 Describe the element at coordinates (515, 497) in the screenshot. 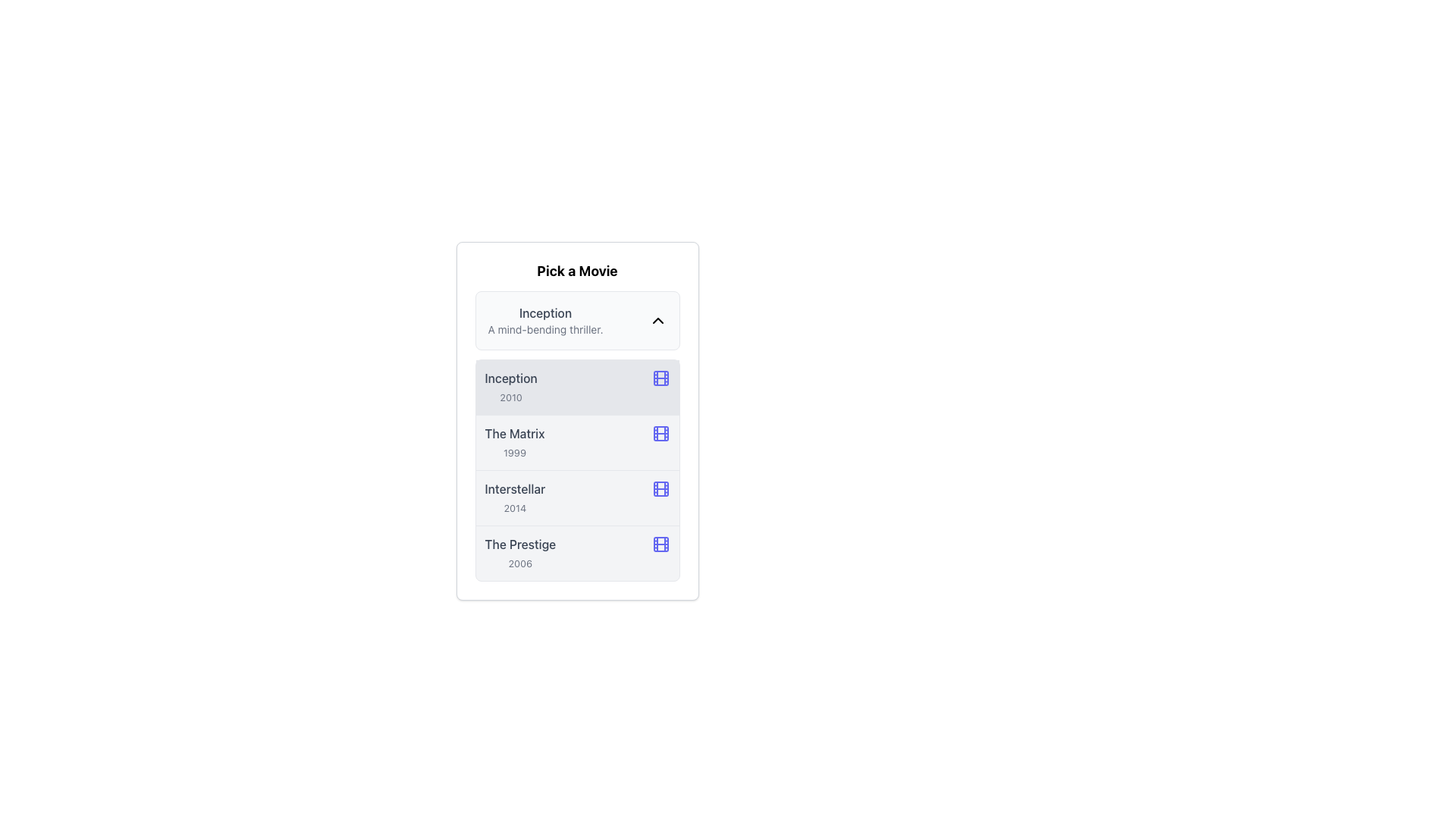

I see `the Text Display for the movie 'Interstellar (2014)' which is the third item in the vertical list of movies, located between 'The Matrix (1999)' and 'The Prestige (2006)'` at that location.